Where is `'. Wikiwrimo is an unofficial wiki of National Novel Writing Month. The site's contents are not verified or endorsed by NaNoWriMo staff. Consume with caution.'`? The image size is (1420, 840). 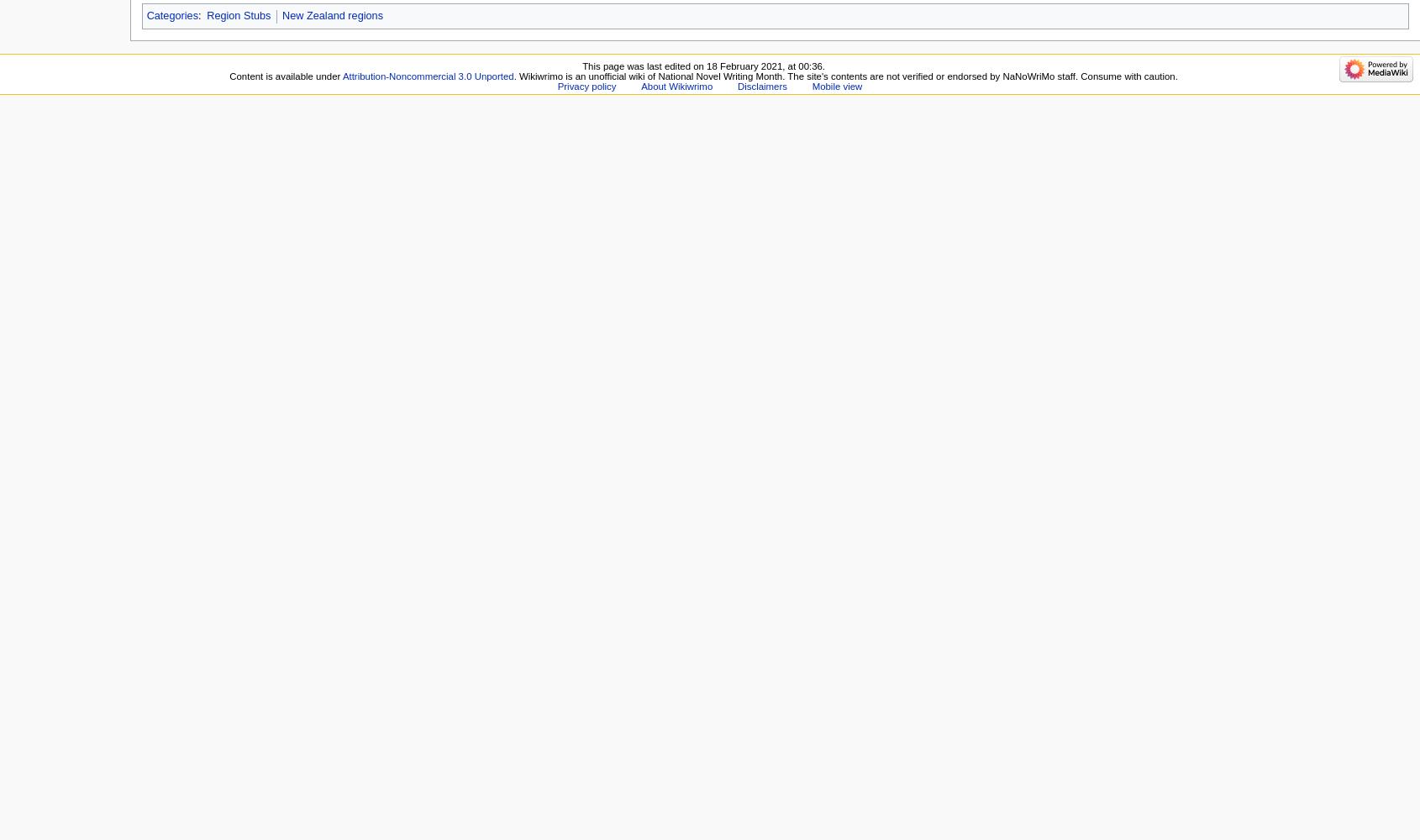 '. Wikiwrimo is an unofficial wiki of National Novel Writing Month. The site's contents are not verified or endorsed by NaNoWriMo staff. Consume with caution.' is located at coordinates (513, 75).